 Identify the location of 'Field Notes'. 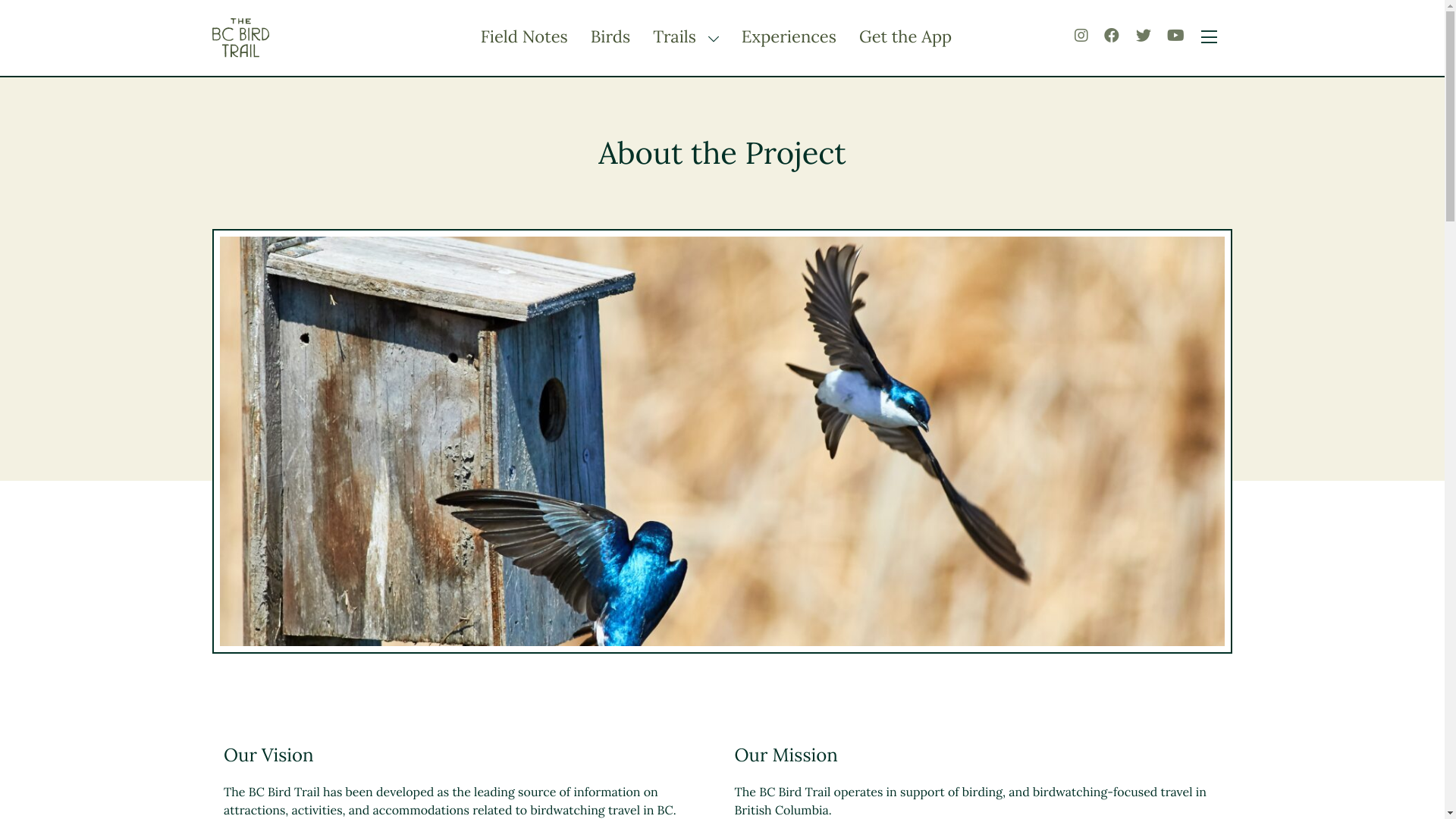
(524, 36).